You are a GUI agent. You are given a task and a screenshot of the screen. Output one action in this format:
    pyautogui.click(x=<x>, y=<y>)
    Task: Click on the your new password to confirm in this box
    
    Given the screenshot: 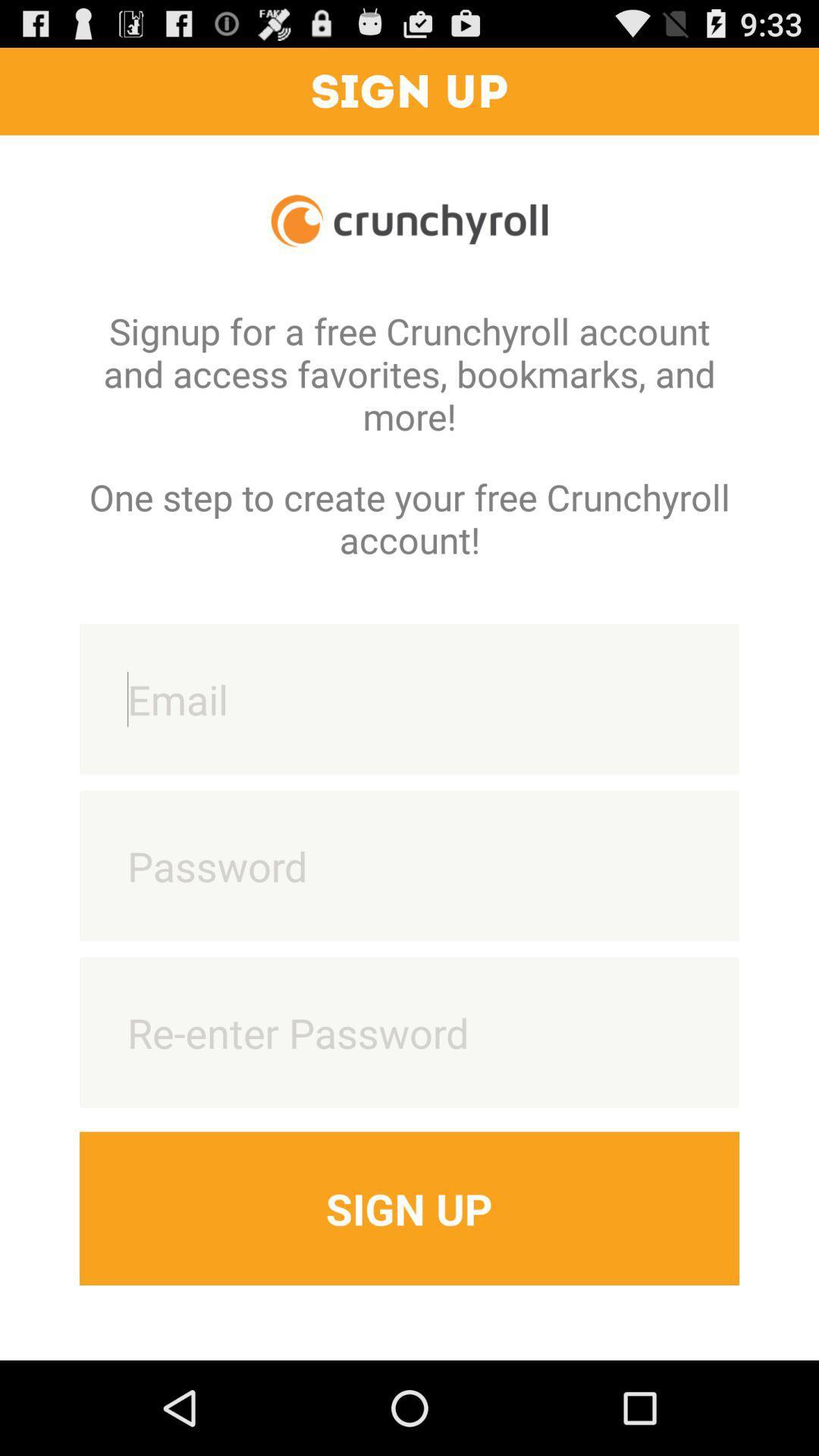 What is the action you would take?
    pyautogui.click(x=409, y=1031)
    